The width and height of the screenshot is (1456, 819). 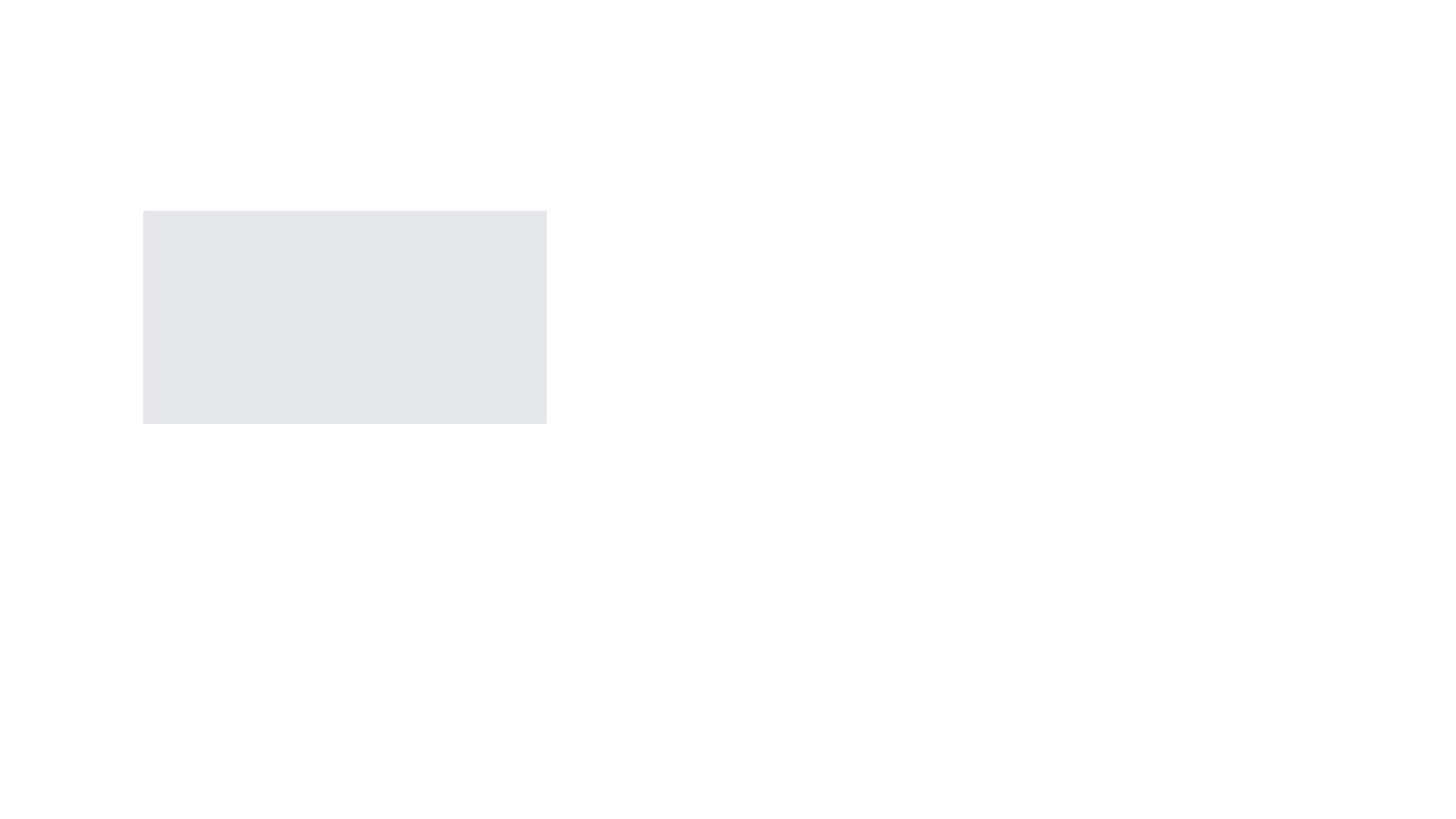 I want to click on the interactive areas of the modal window, which includes the buttons labeled 'Close' and 'Open Modal', so click(x=344, y=307).